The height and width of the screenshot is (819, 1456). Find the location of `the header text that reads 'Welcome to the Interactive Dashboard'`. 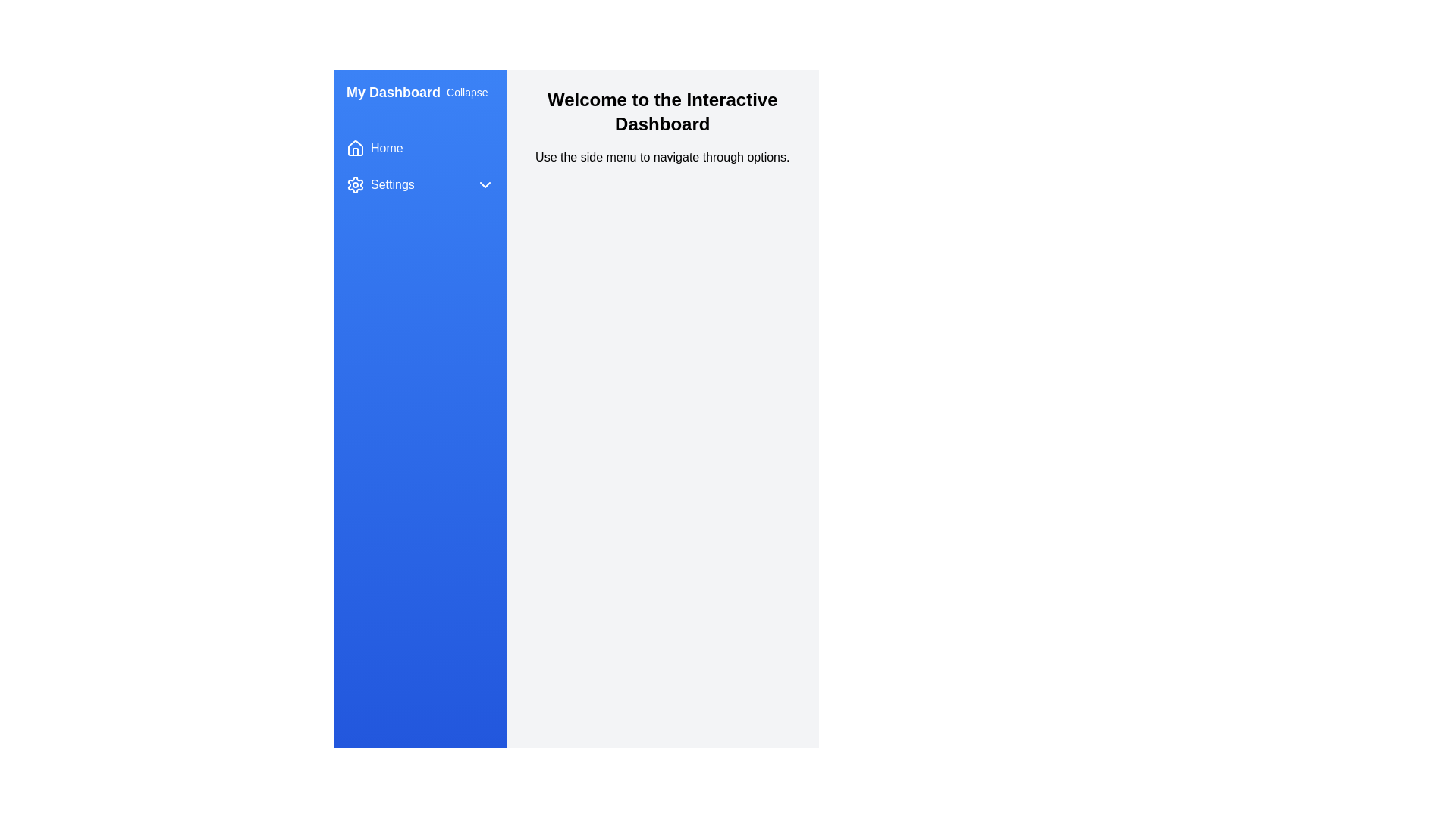

the header text that reads 'Welcome to the Interactive Dashboard' is located at coordinates (662, 111).